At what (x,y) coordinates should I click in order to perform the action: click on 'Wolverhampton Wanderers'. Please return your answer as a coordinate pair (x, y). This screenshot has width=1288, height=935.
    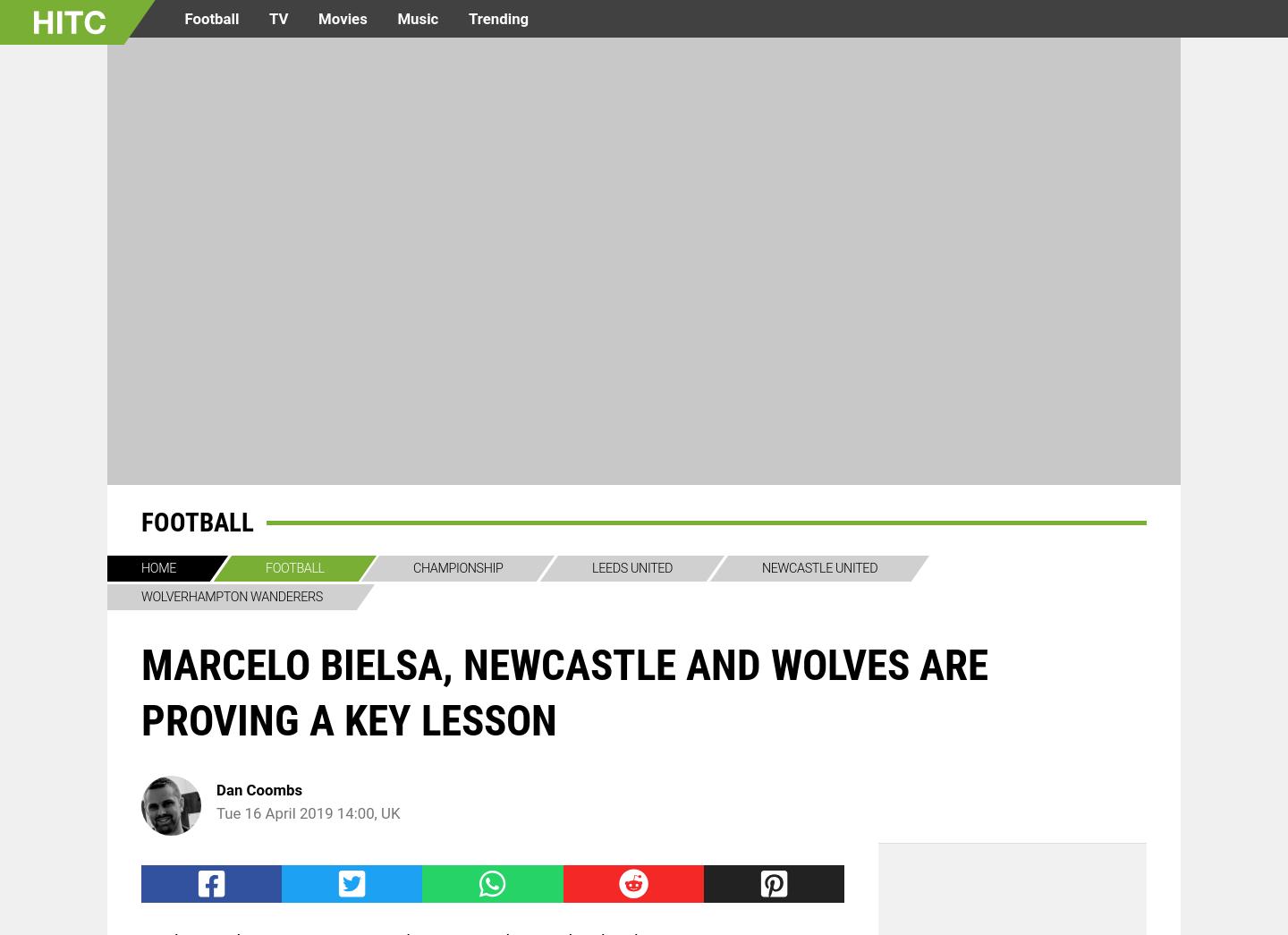
    Looking at the image, I should click on (231, 596).